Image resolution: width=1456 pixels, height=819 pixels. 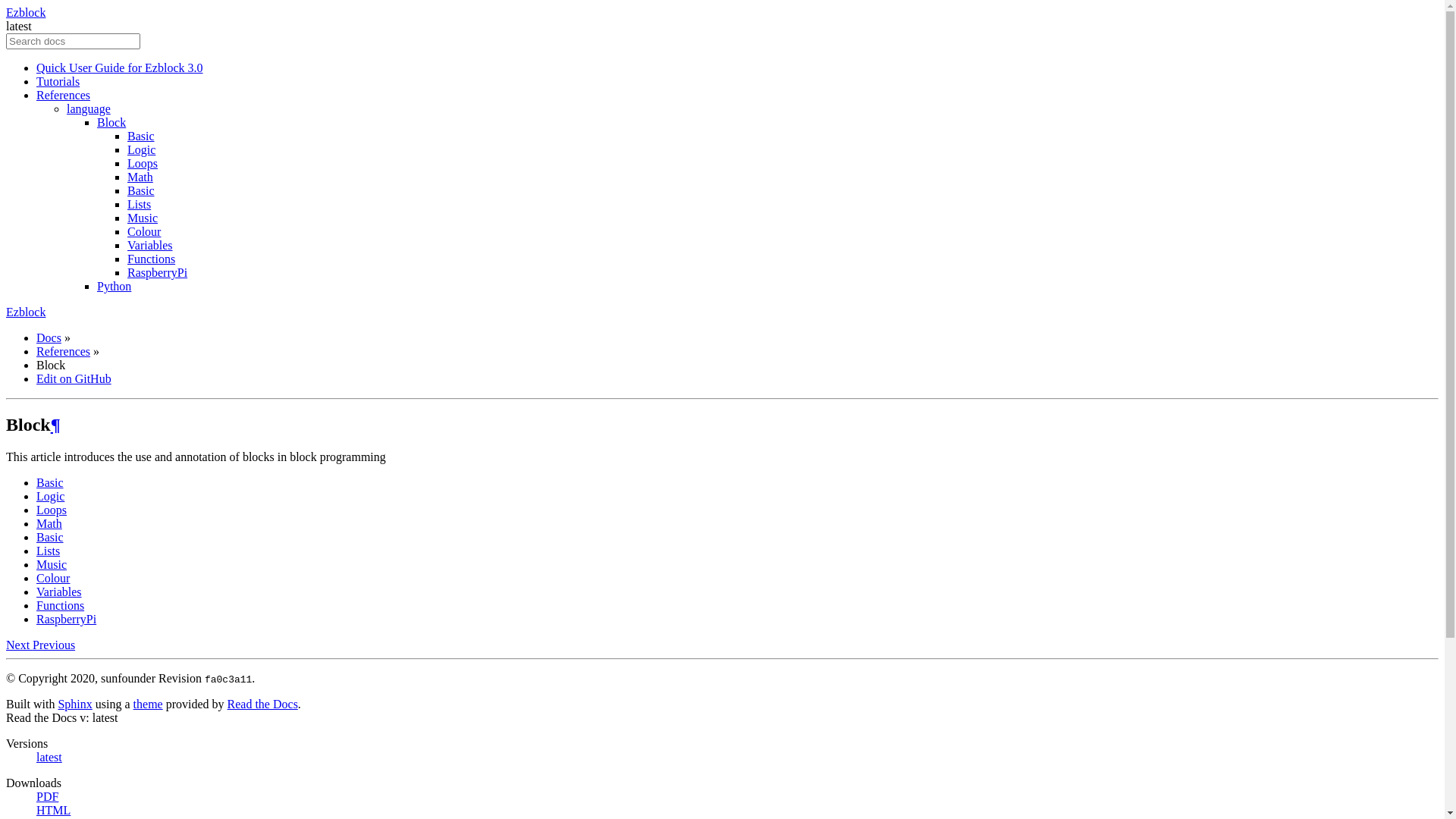 What do you see at coordinates (148, 704) in the screenshot?
I see `'theme'` at bounding box center [148, 704].